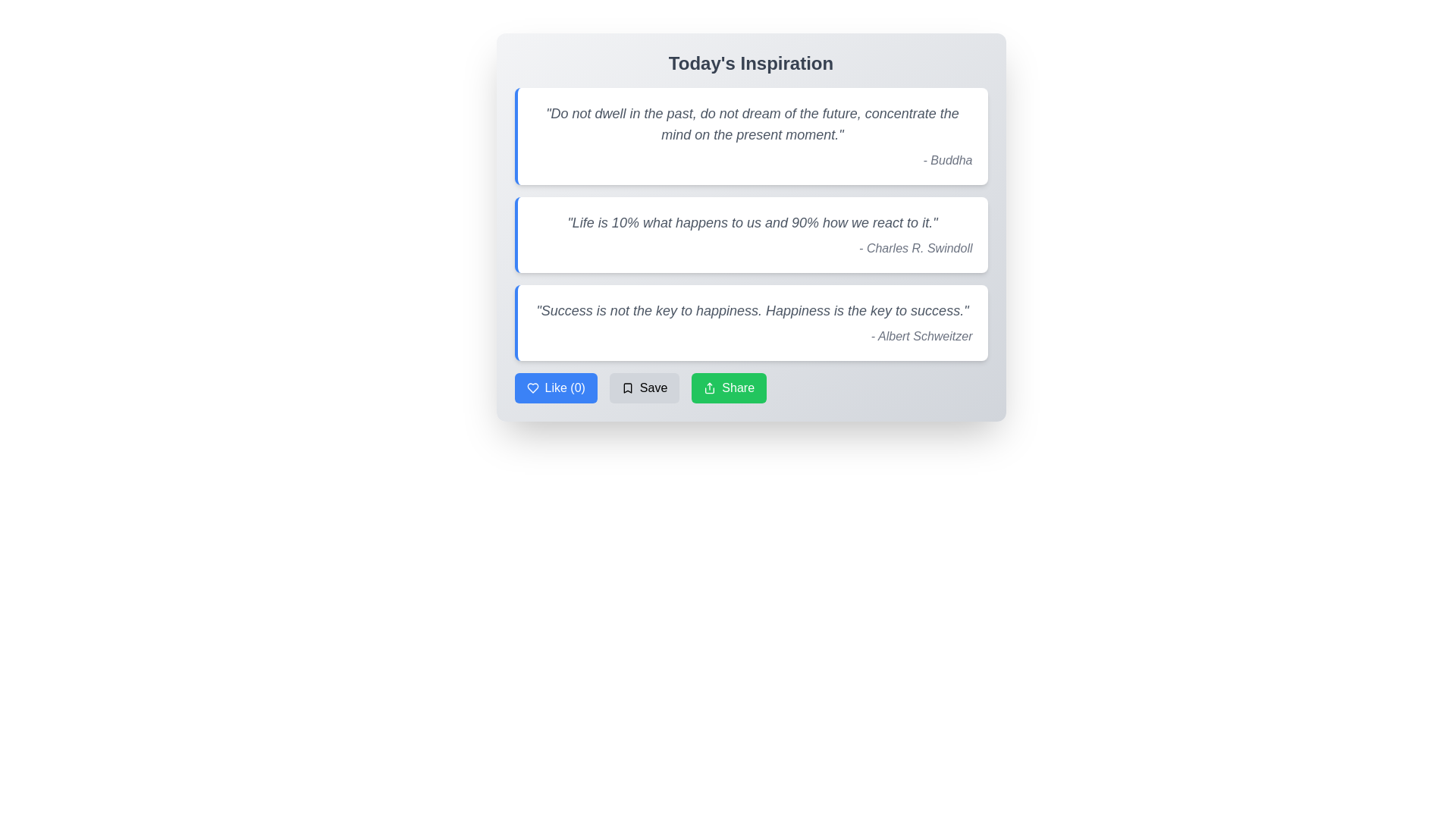 Image resolution: width=1456 pixels, height=819 pixels. What do you see at coordinates (709, 388) in the screenshot?
I see `the share icon` at bounding box center [709, 388].